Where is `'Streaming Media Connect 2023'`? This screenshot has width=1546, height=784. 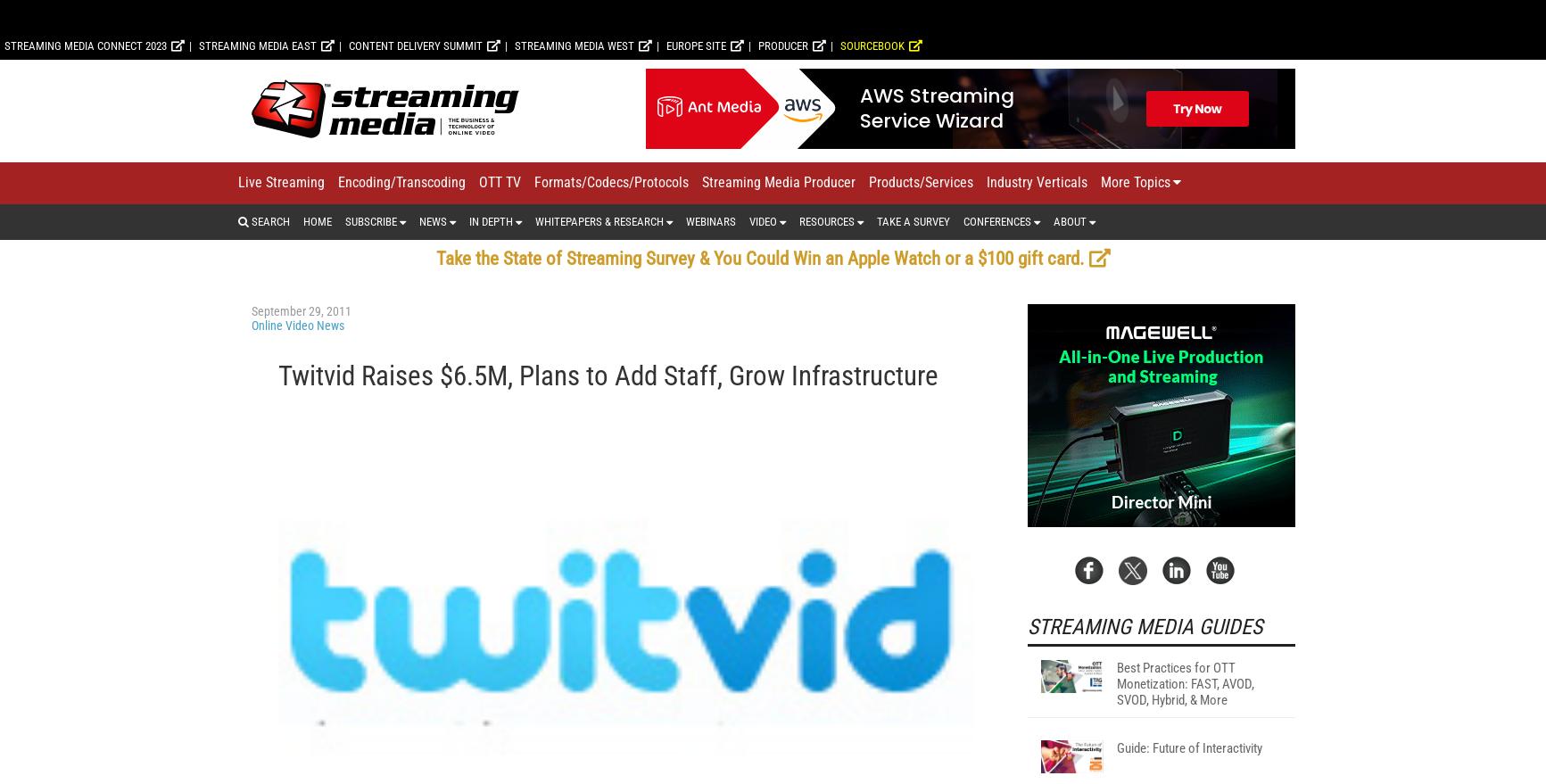 'Streaming Media Connect 2023' is located at coordinates (86, 278).